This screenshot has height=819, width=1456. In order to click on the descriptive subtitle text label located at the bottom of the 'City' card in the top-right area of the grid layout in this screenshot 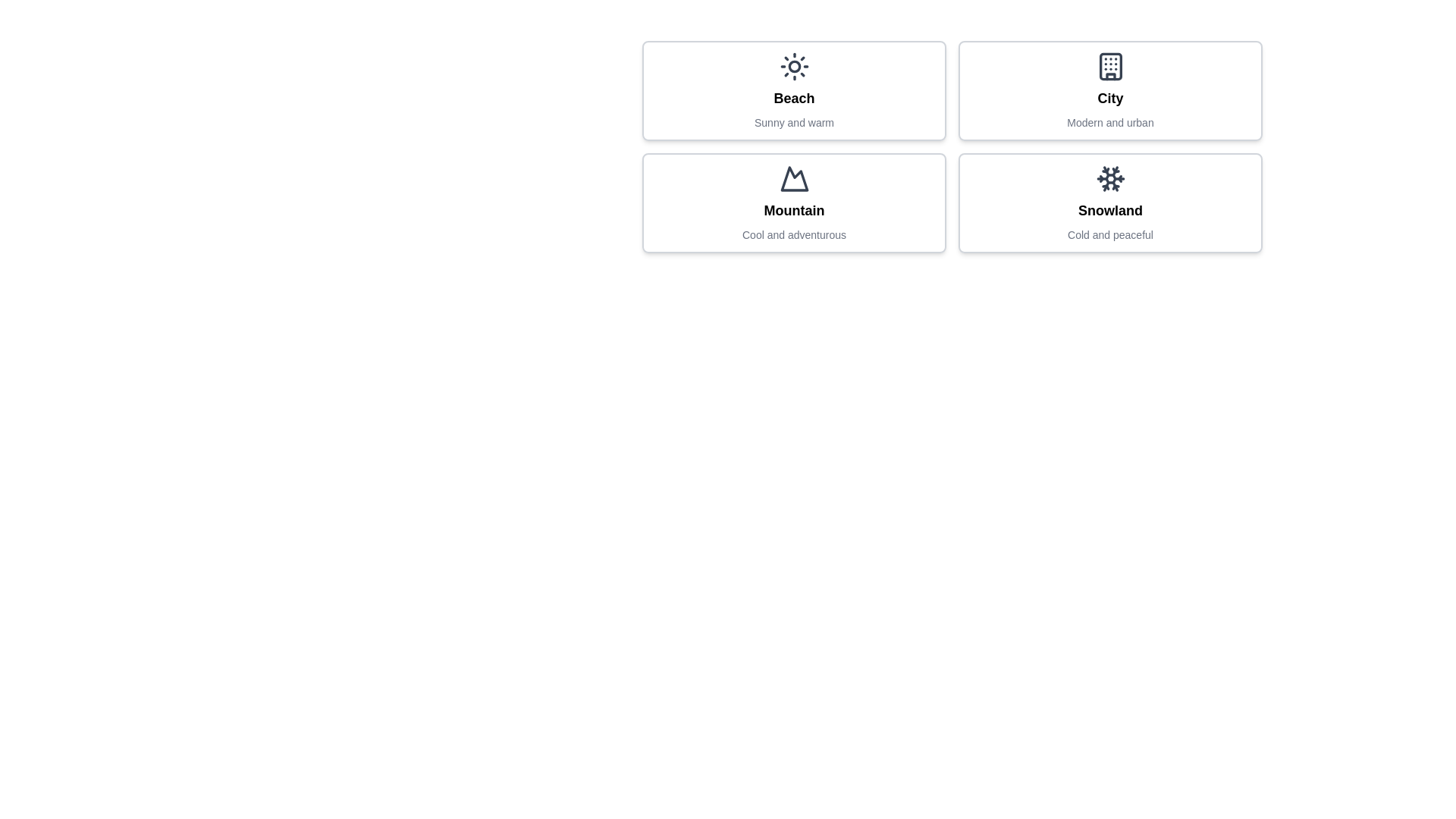, I will do `click(1110, 122)`.